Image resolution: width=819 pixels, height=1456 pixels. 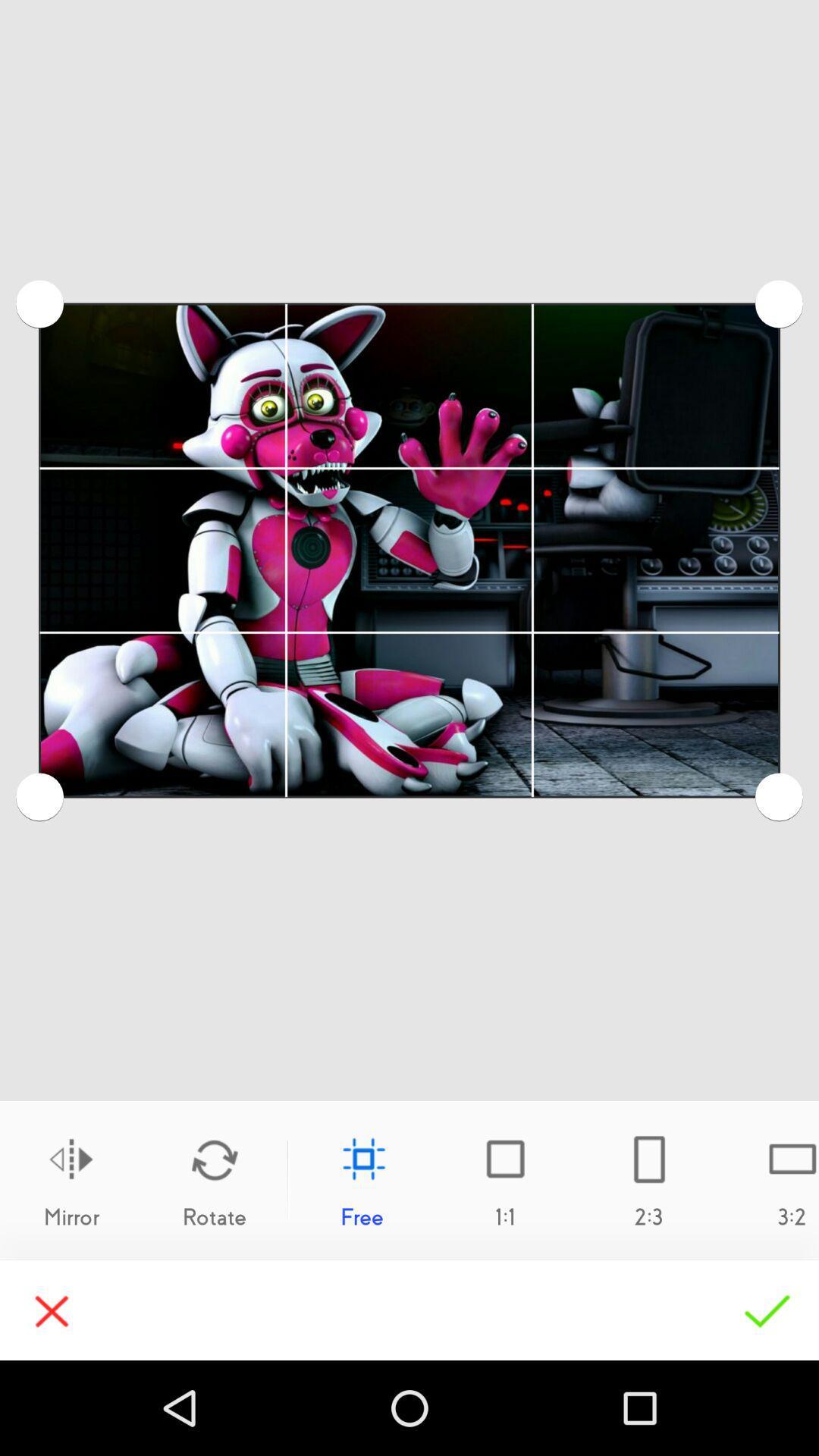 What do you see at coordinates (51, 1310) in the screenshot?
I see `the close icon` at bounding box center [51, 1310].